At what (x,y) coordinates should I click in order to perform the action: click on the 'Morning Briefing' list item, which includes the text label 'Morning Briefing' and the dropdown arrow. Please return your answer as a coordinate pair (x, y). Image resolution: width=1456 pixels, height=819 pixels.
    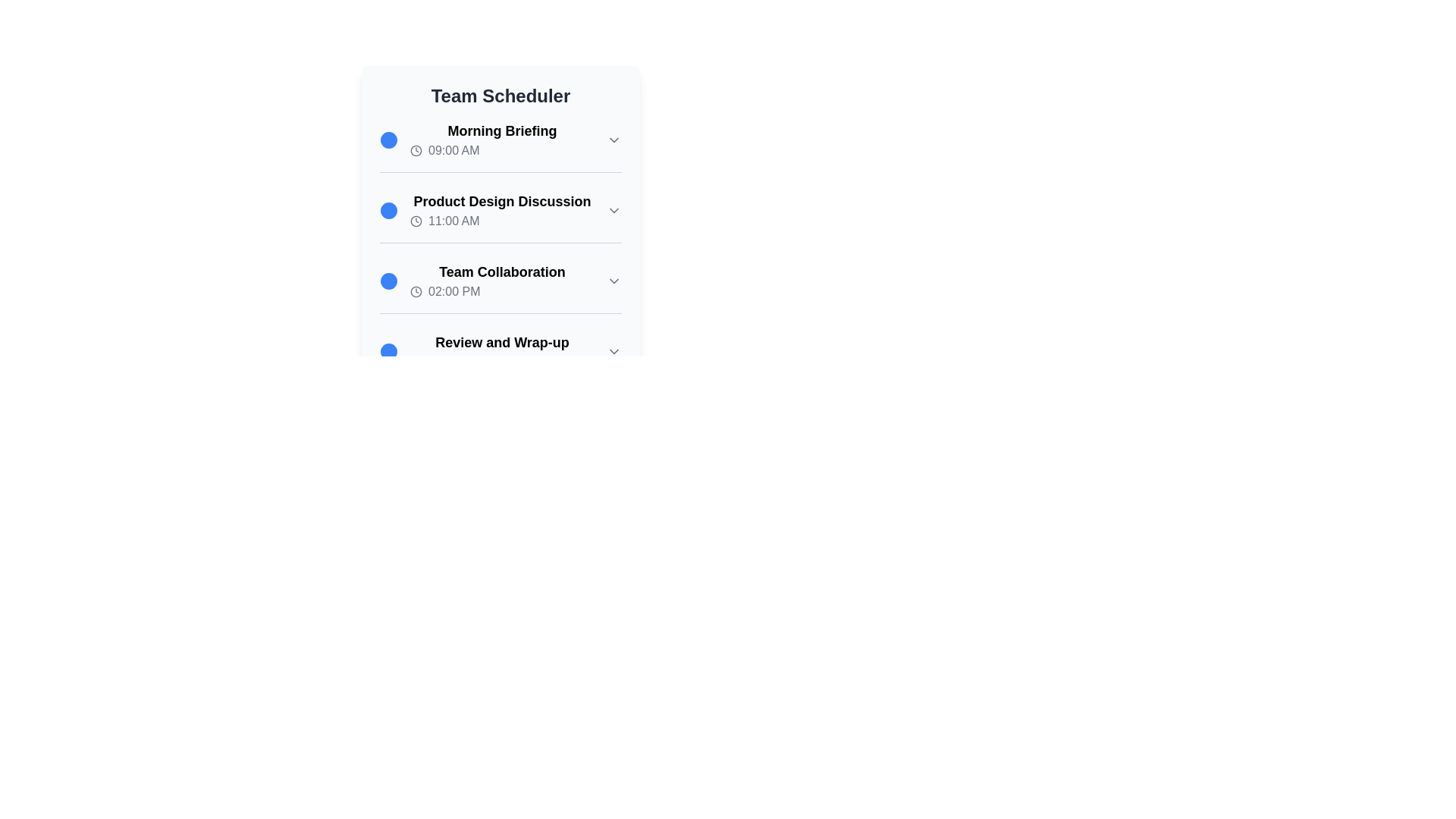
    Looking at the image, I should click on (500, 140).